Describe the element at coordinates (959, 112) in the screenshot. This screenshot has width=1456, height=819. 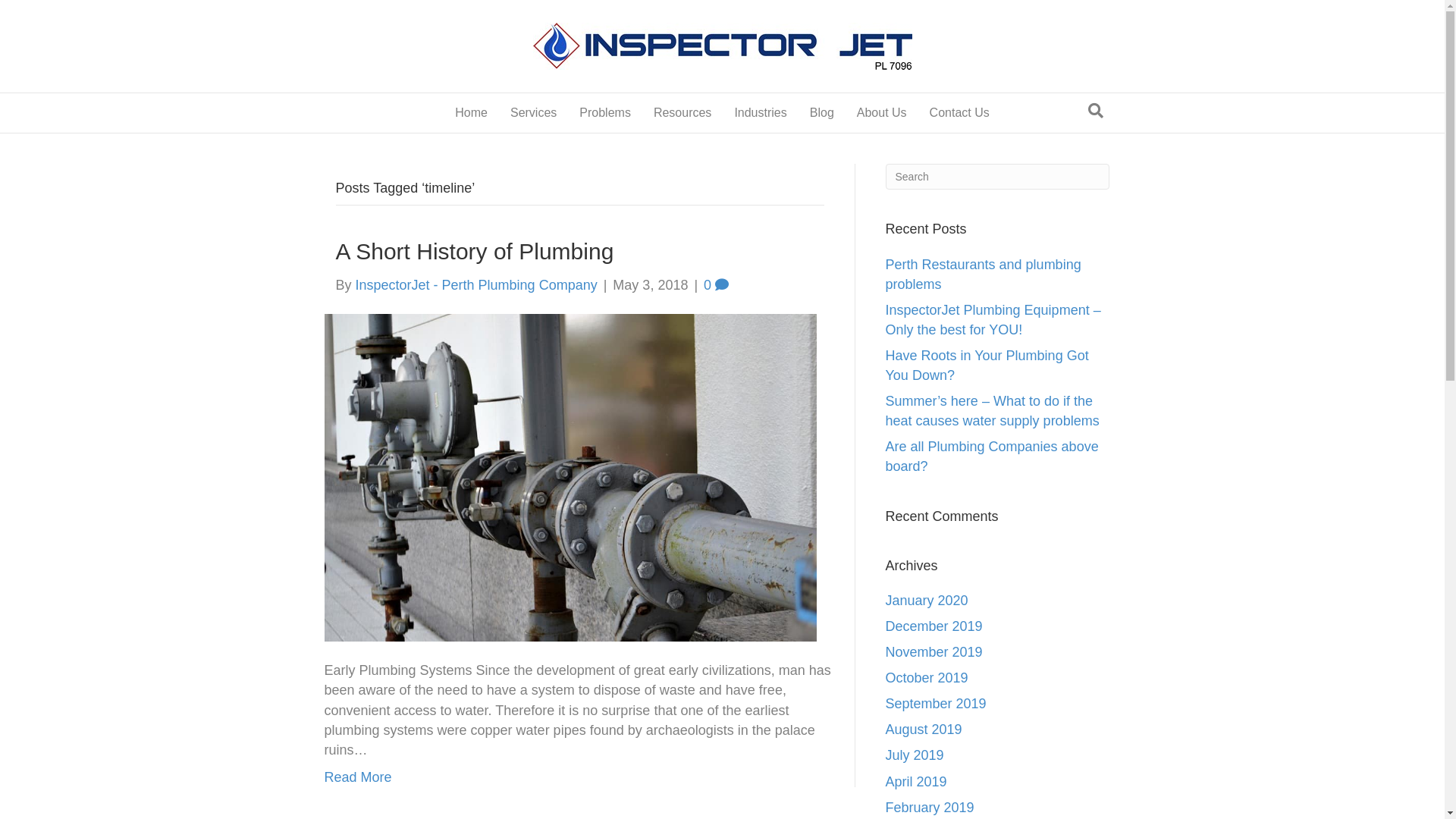
I see `'Contact Us'` at that location.